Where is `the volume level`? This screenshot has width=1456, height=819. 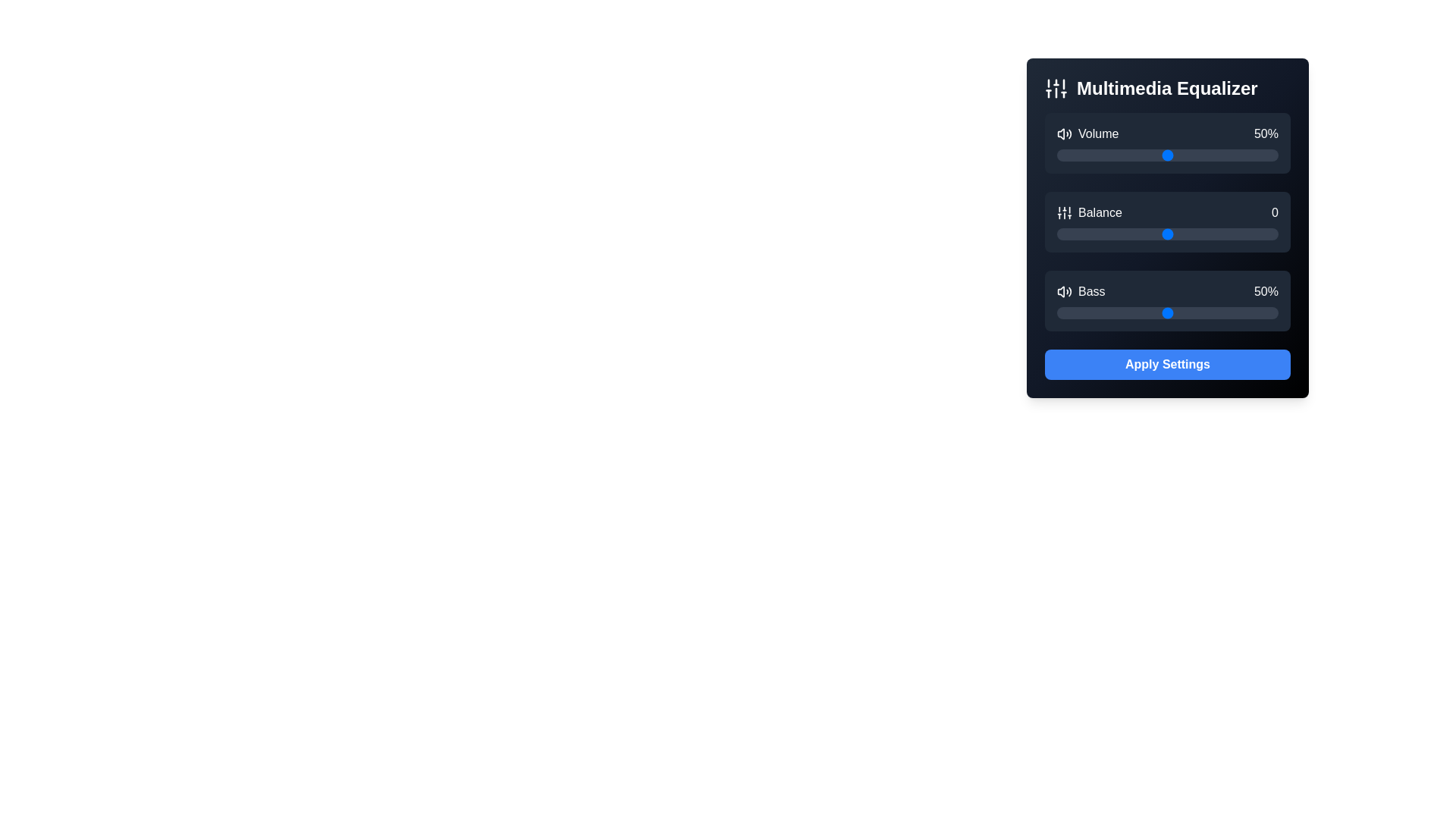 the volume level is located at coordinates (1247, 155).